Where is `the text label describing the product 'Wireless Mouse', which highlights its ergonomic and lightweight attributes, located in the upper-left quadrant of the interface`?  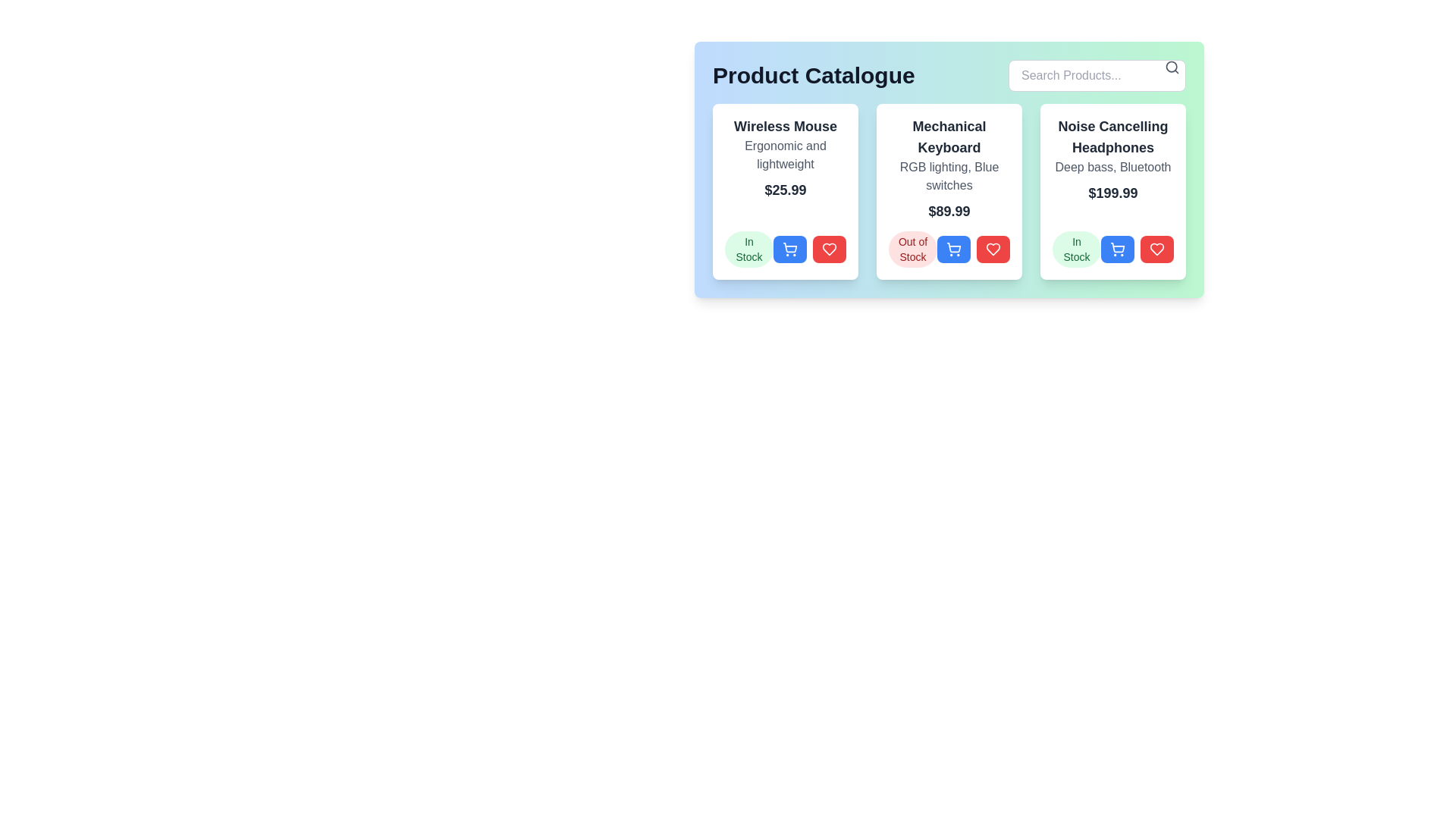
the text label describing the product 'Wireless Mouse', which highlights its ergonomic and lightweight attributes, located in the upper-left quadrant of the interface is located at coordinates (786, 155).